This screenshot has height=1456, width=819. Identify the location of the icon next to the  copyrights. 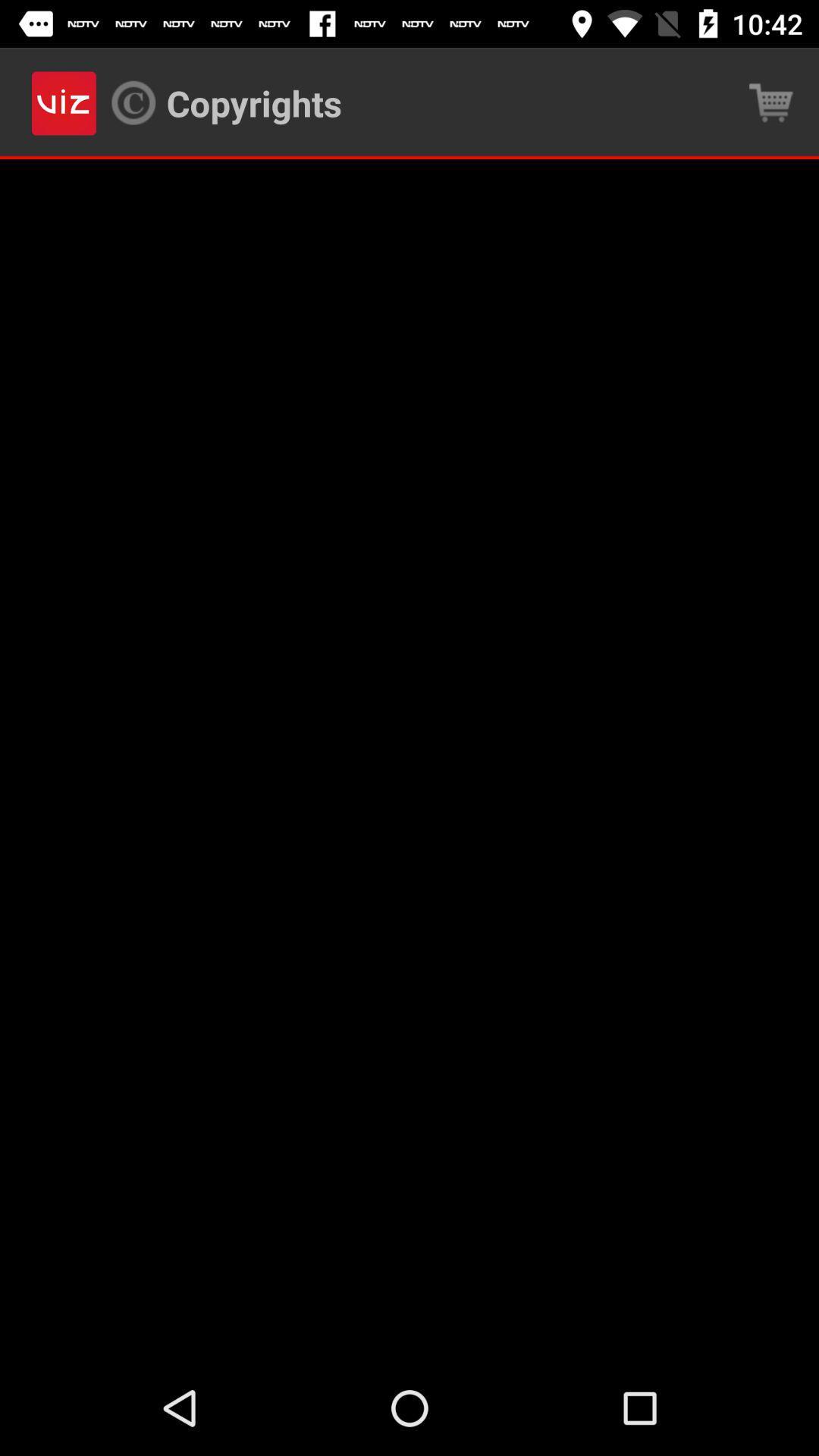
(771, 102).